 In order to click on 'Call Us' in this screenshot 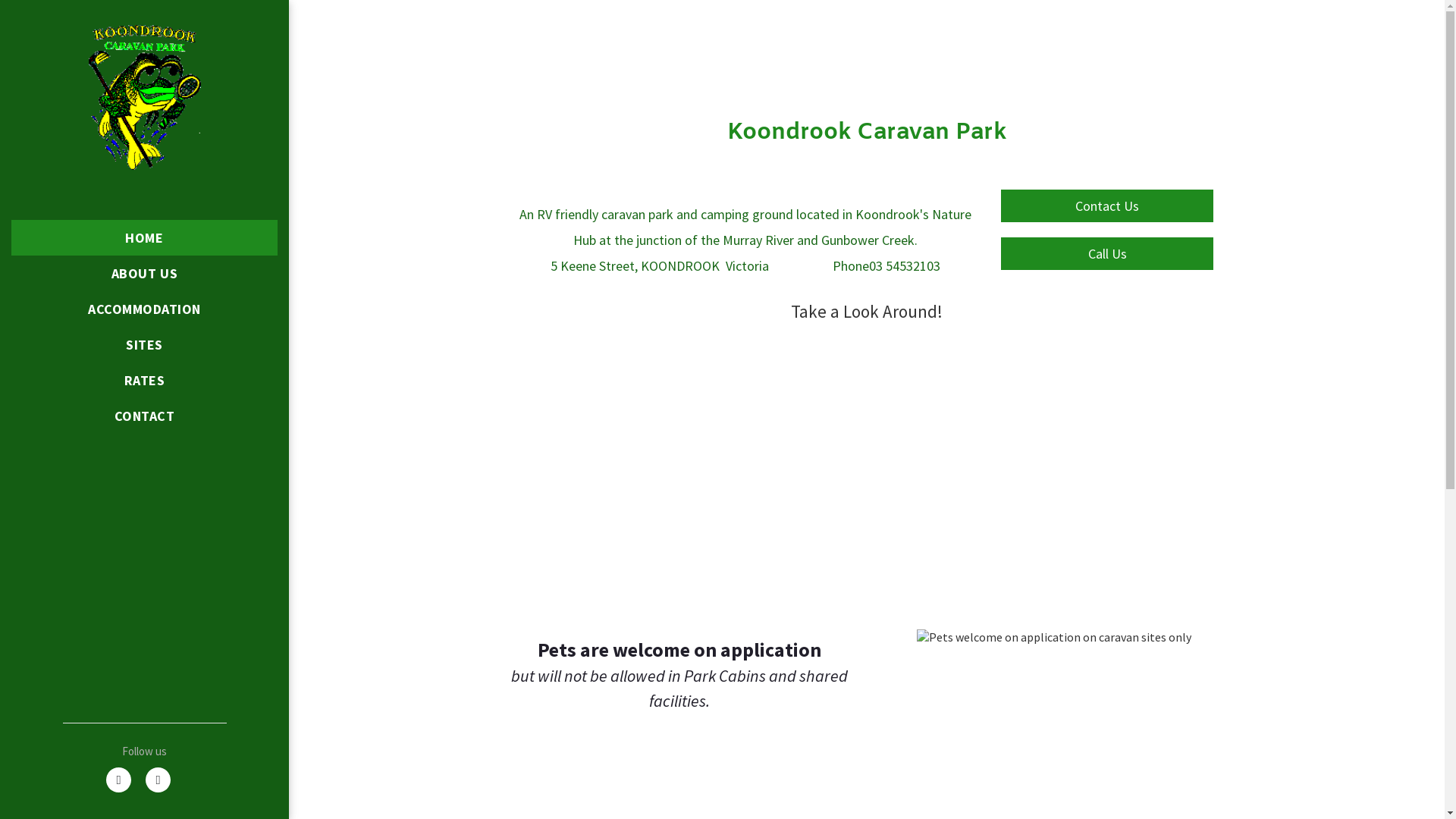, I will do `click(1106, 253)`.